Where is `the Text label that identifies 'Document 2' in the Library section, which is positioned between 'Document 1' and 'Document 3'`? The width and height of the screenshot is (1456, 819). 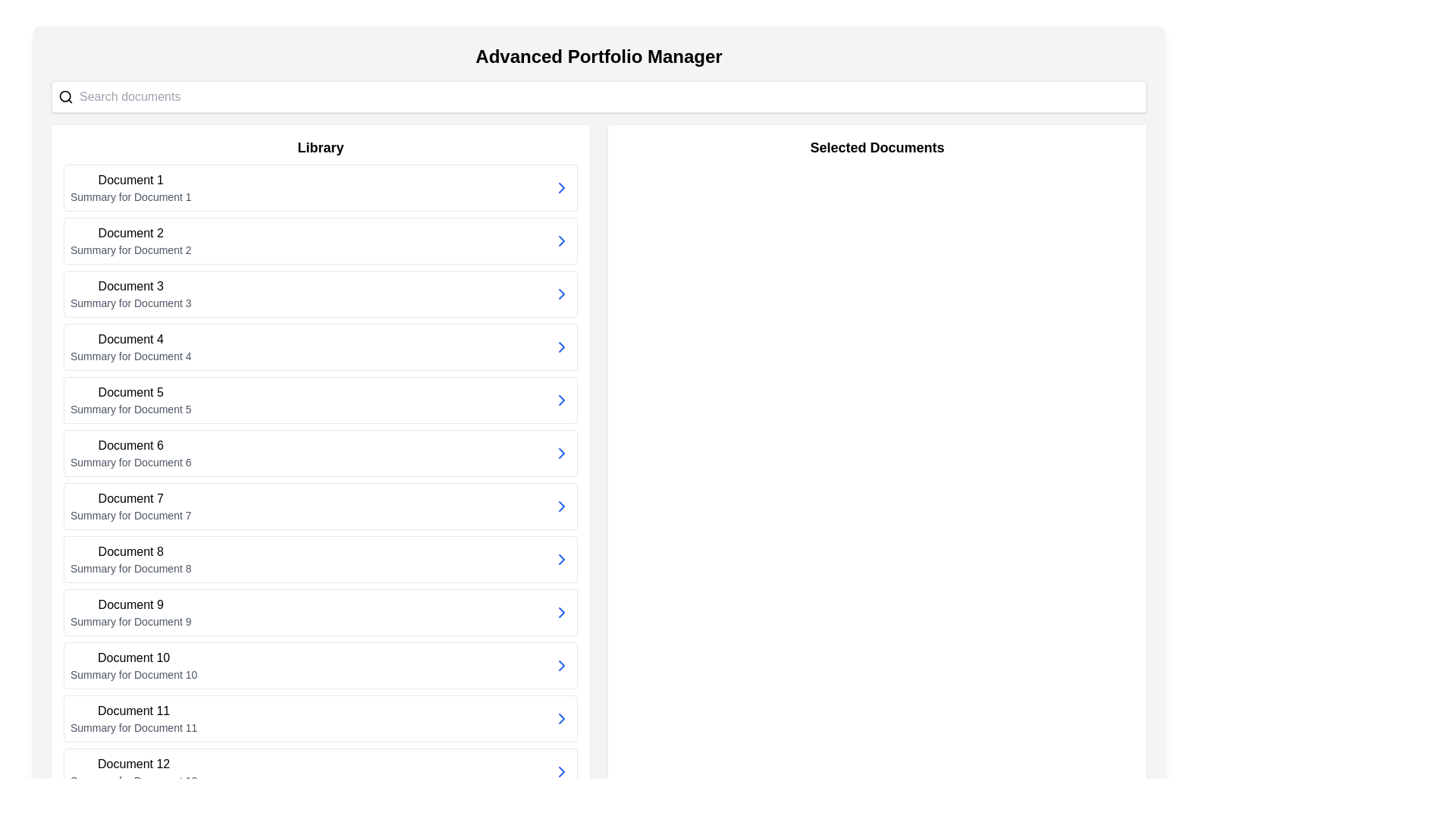
the Text label that identifies 'Document 2' in the Library section, which is positioned between 'Document 1' and 'Document 3' is located at coordinates (130, 234).